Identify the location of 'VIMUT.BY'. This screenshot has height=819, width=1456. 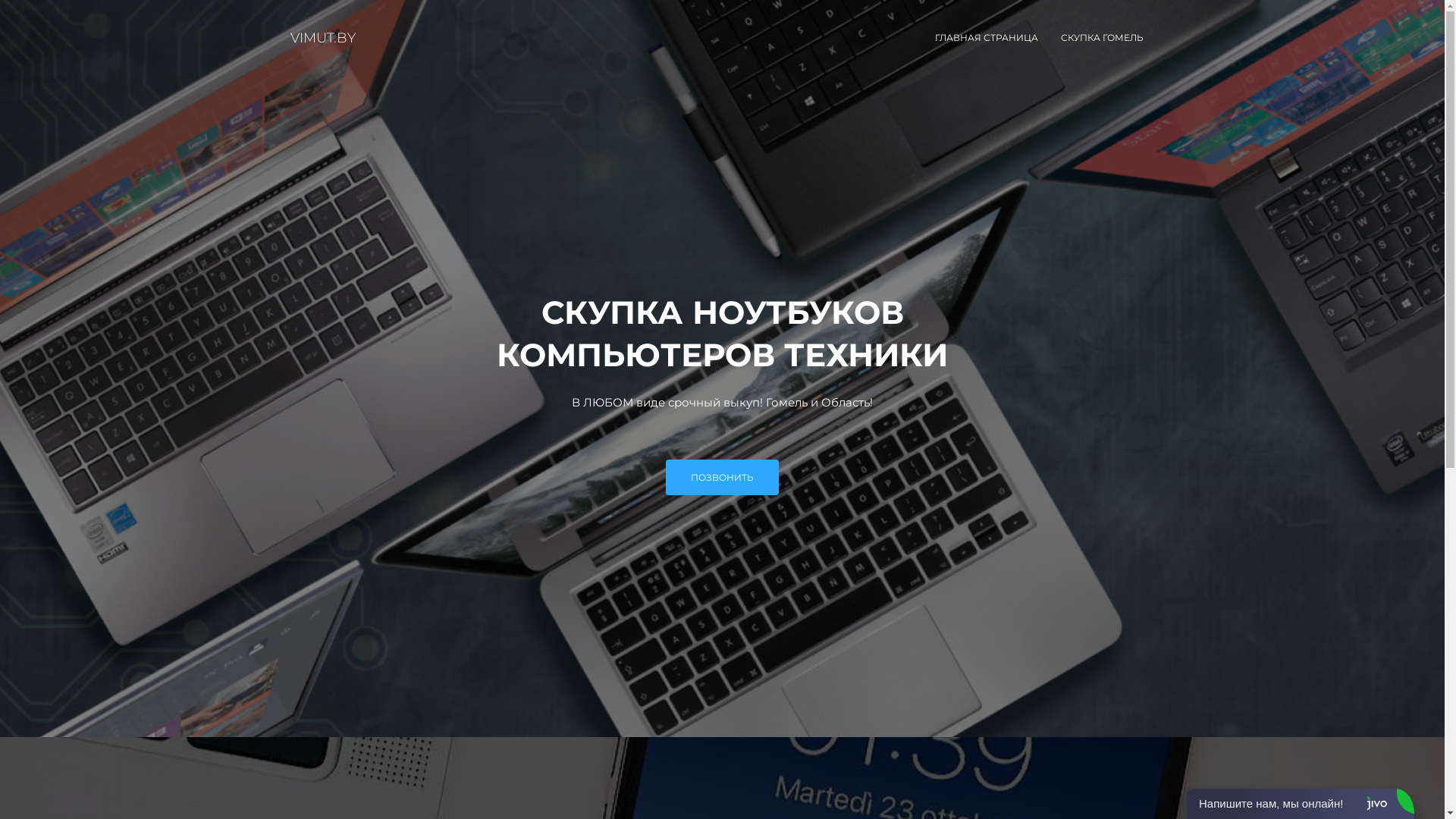
(322, 37).